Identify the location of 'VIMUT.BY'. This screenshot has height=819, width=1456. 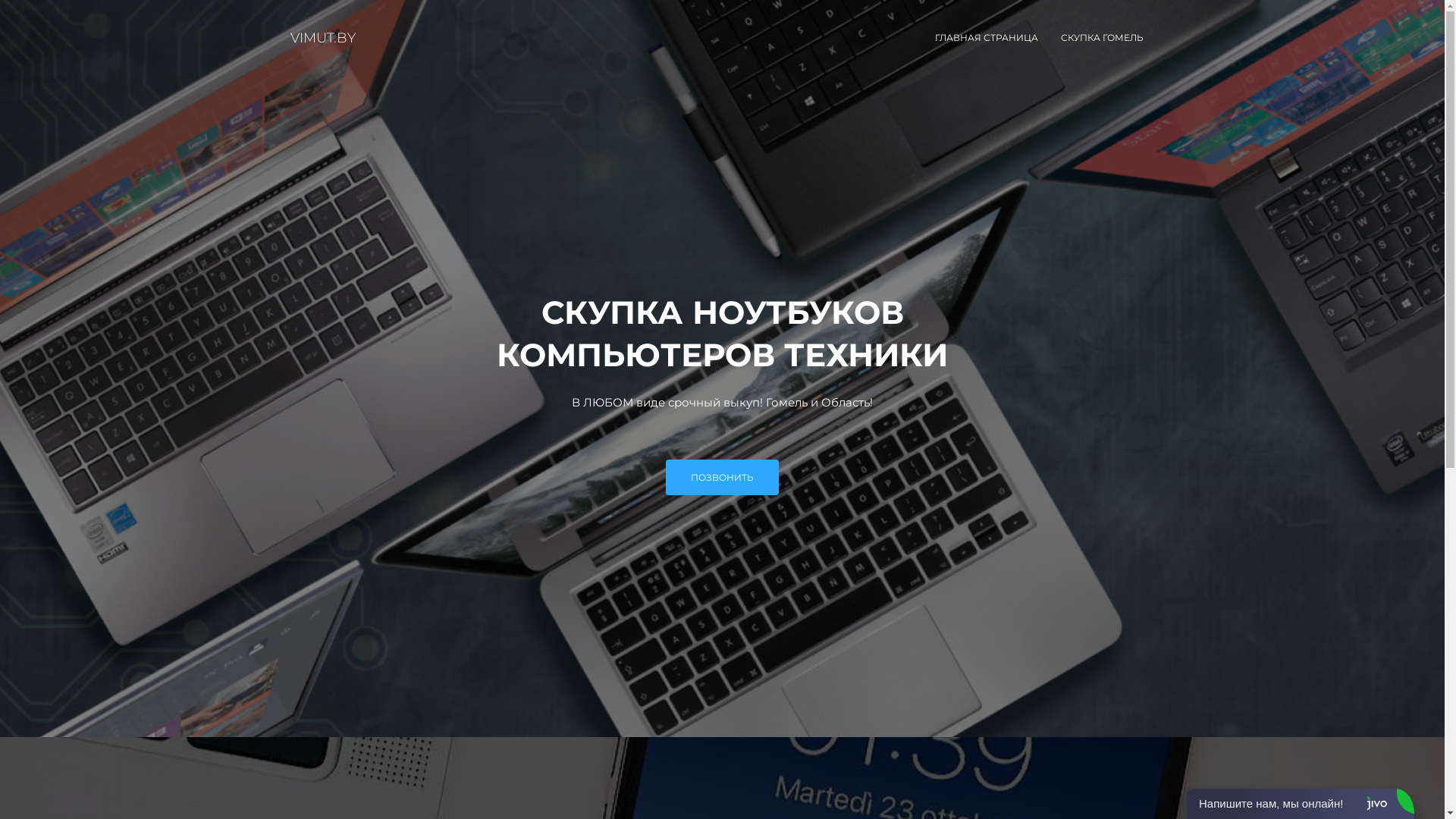
(322, 37).